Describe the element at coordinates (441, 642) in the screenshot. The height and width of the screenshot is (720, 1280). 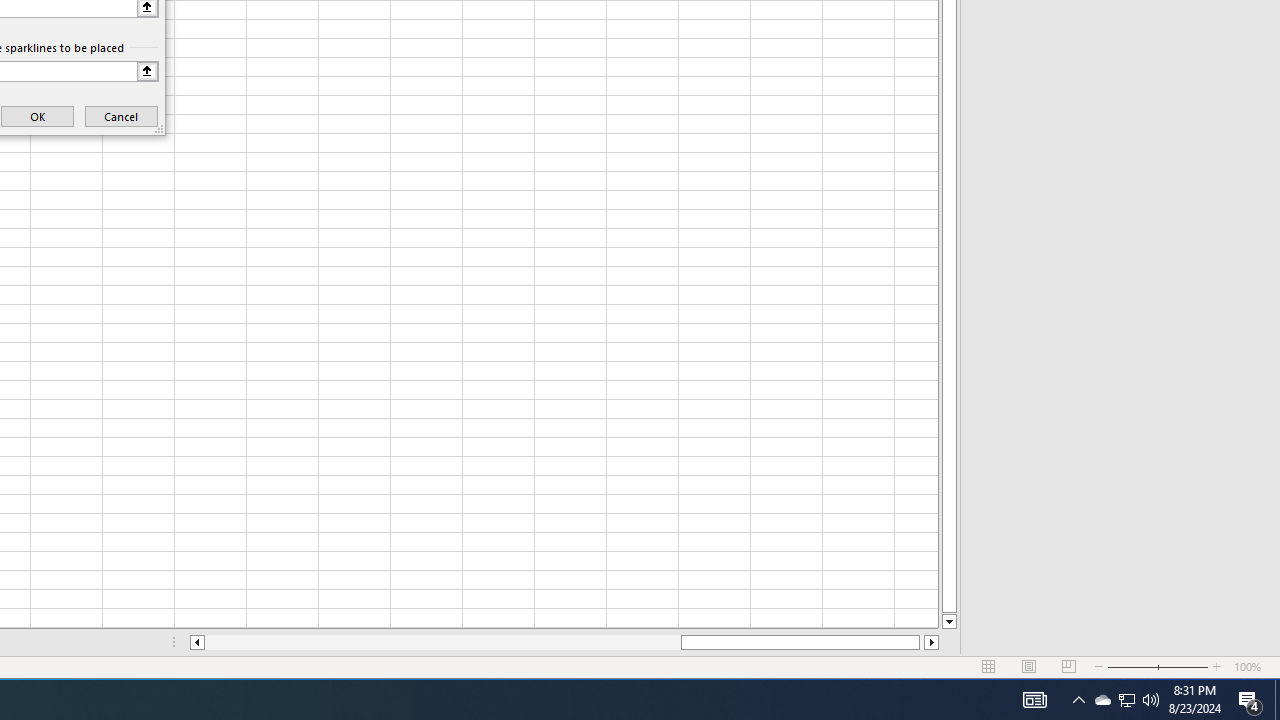
I see `'Page left'` at that location.